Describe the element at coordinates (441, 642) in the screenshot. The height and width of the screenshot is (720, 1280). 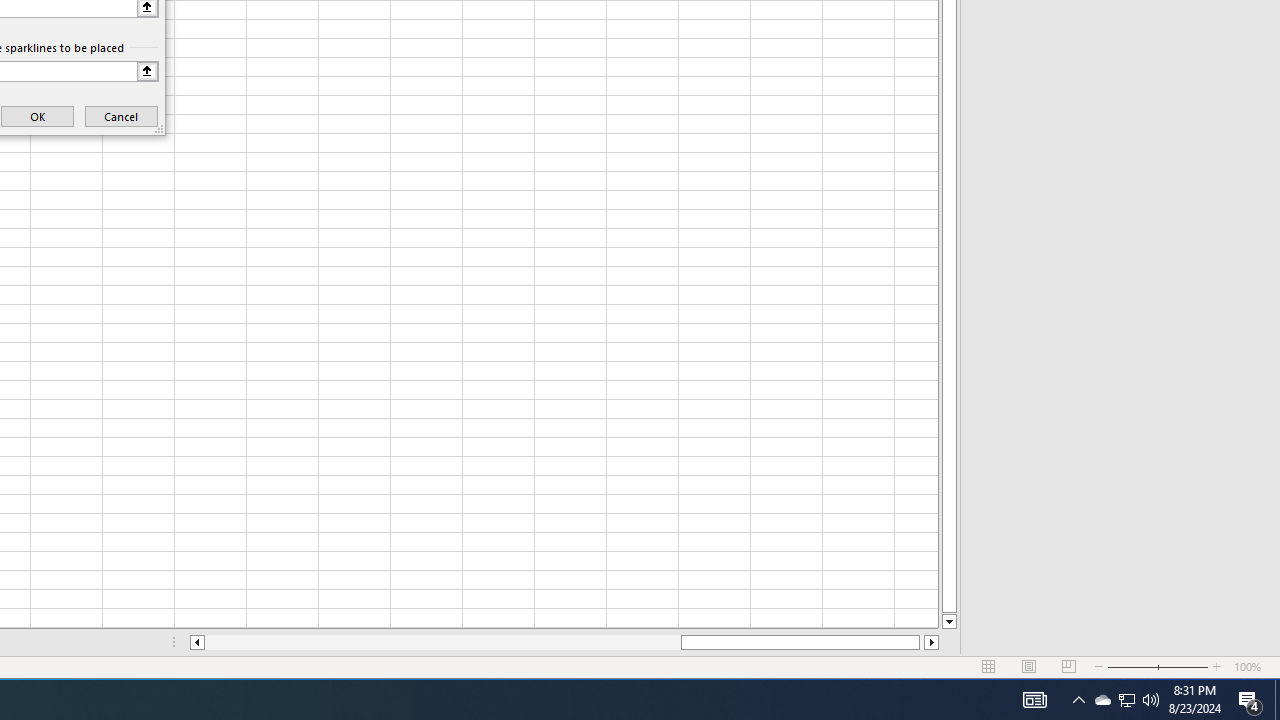
I see `'Page left'` at that location.